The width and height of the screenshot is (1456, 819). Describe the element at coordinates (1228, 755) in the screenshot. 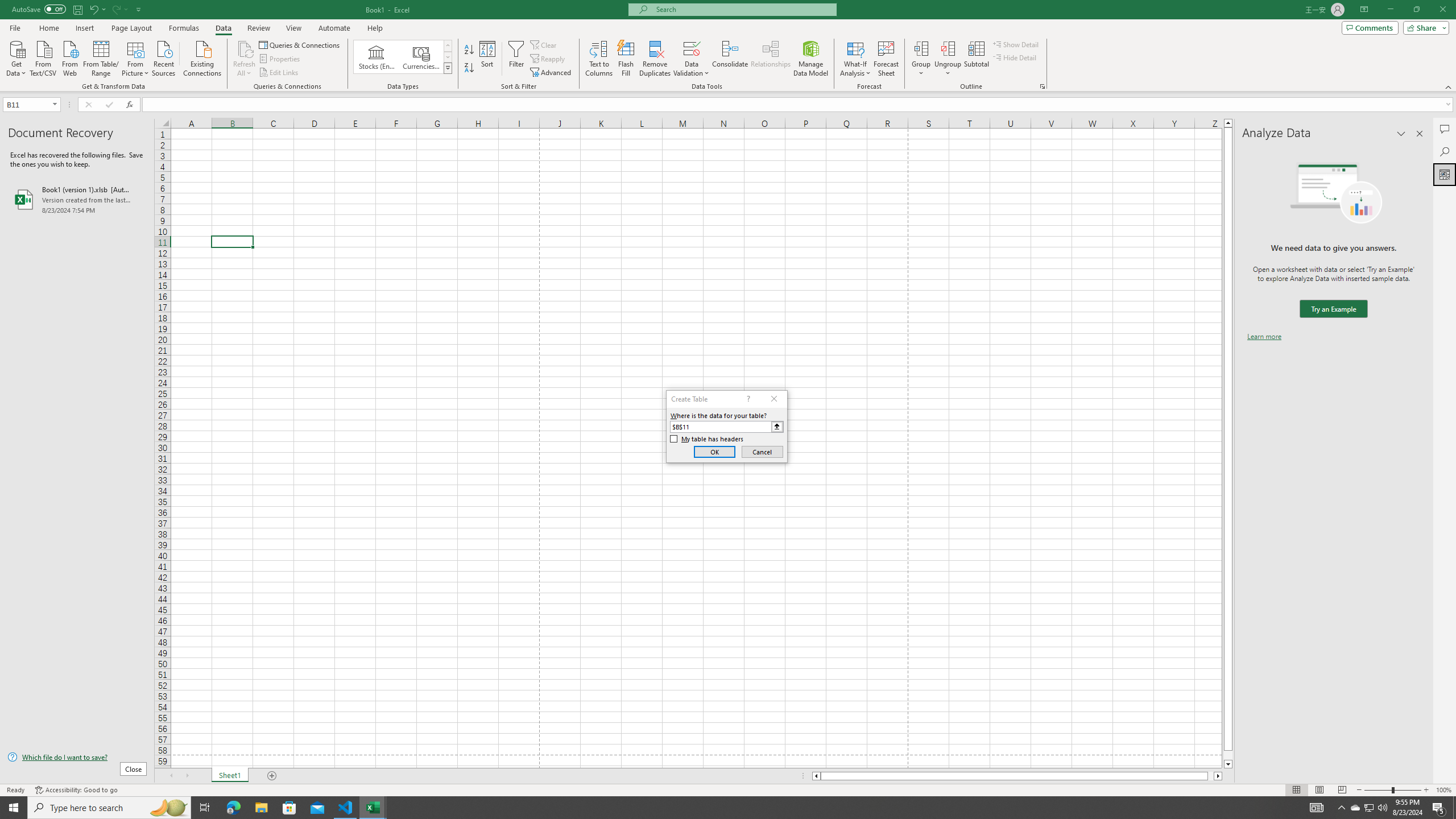

I see `'Page down'` at that location.